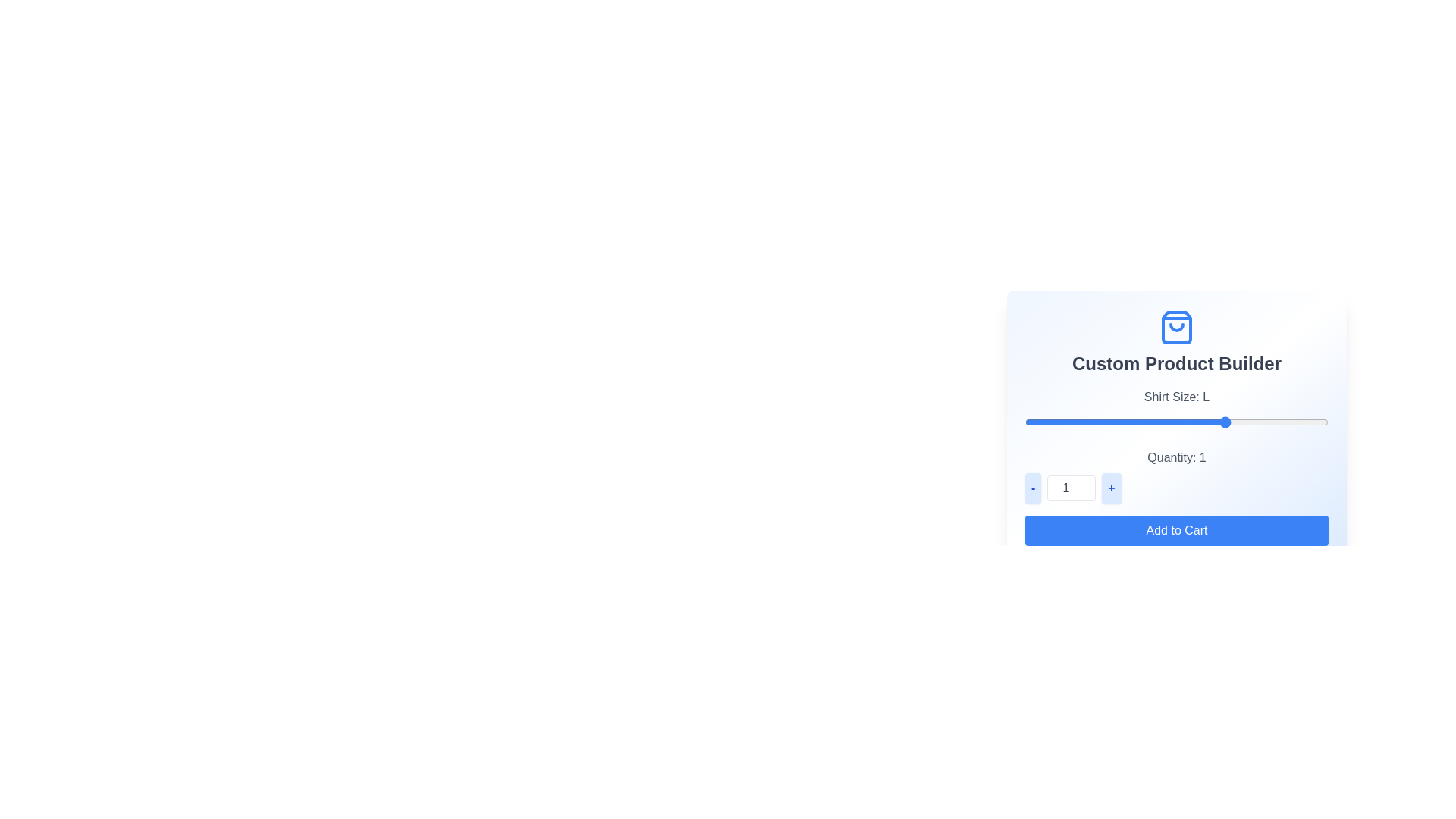  What do you see at coordinates (1032, 488) in the screenshot?
I see `the decrement button located to the left of the input number field and the '+' button to reduce the numerical count` at bounding box center [1032, 488].